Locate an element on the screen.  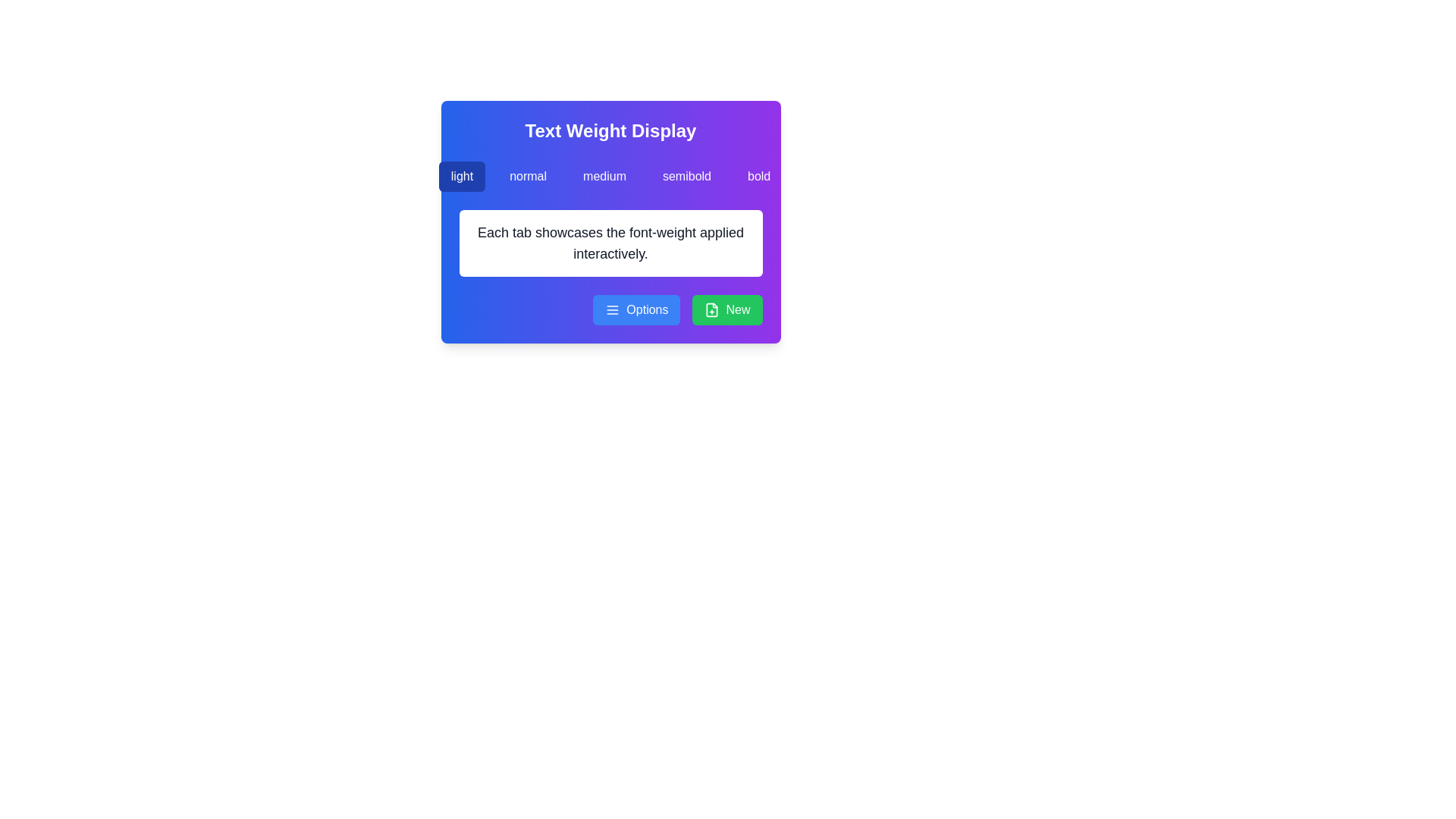
the bold text weight button, which is the fifth button in a row near the top of the interface, located to the right of the semibold button is located at coordinates (759, 175).